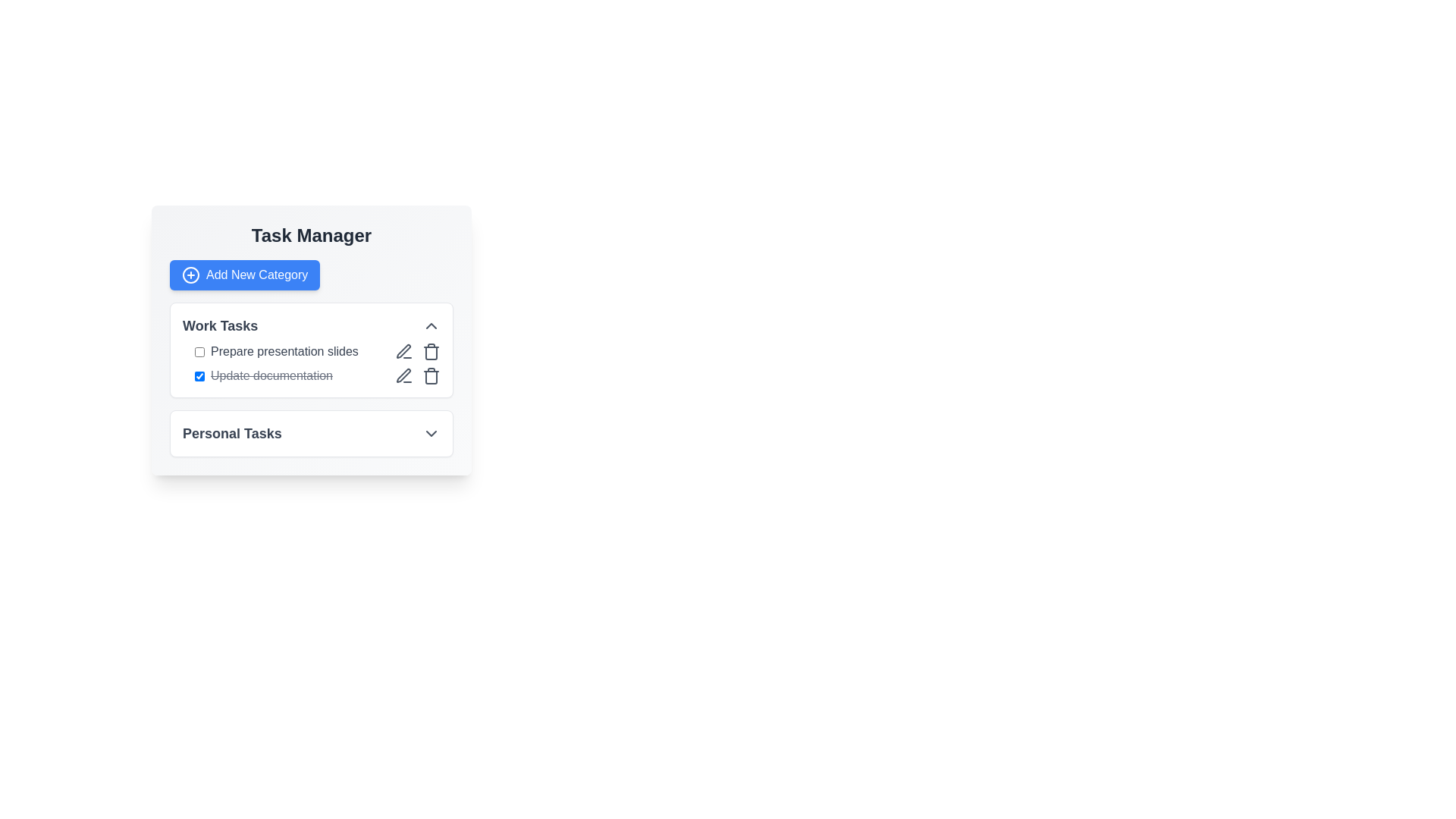 This screenshot has height=819, width=1456. Describe the element at coordinates (431, 351) in the screenshot. I see `the Trash icon button, which is a minimalist line art design located in the 'Work Tasks' section, to change its color to red` at that location.